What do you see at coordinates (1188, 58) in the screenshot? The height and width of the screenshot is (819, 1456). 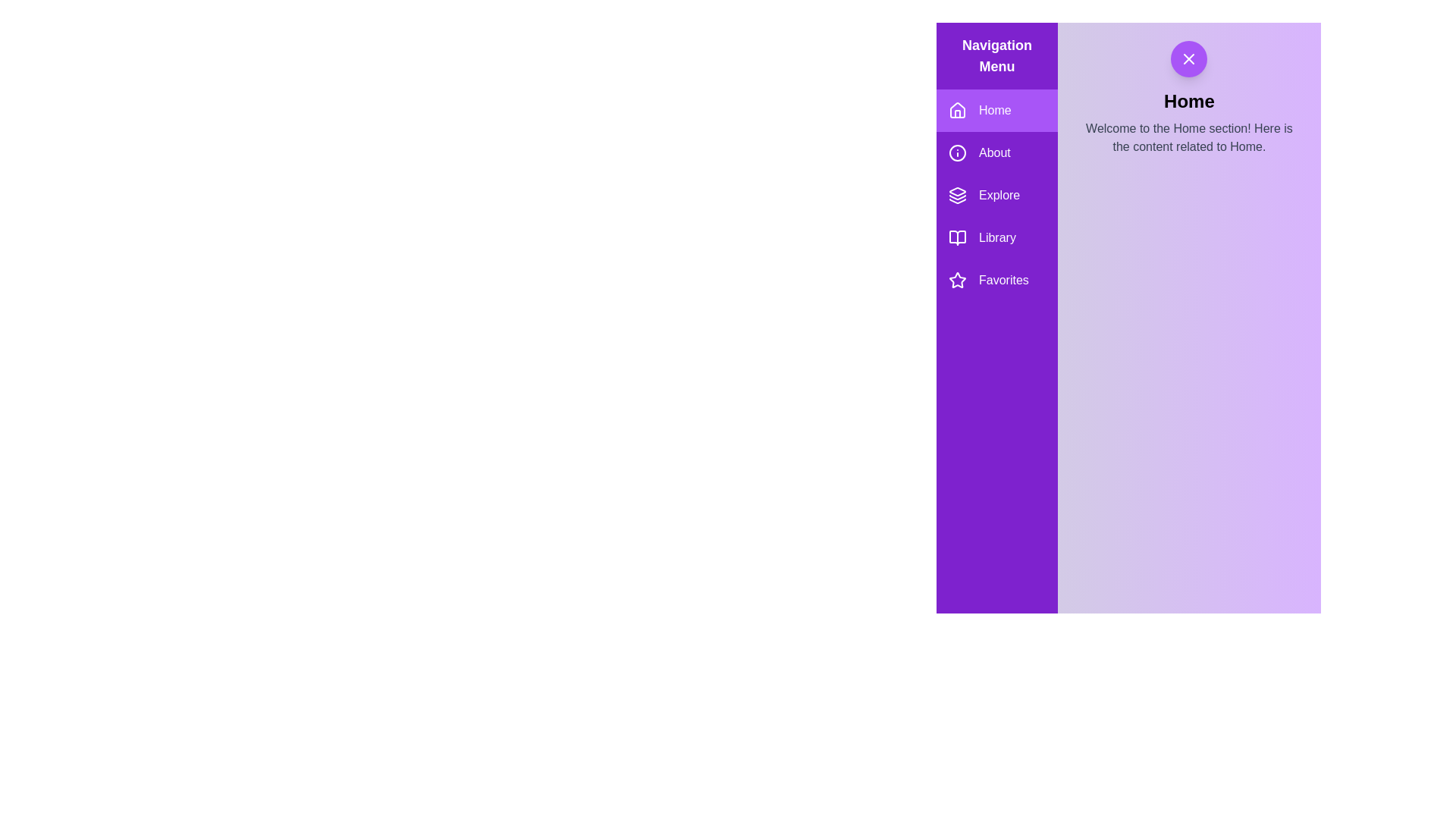 I see `toggle button located in the top-right corner of the interface to toggle the drawer visibility` at bounding box center [1188, 58].